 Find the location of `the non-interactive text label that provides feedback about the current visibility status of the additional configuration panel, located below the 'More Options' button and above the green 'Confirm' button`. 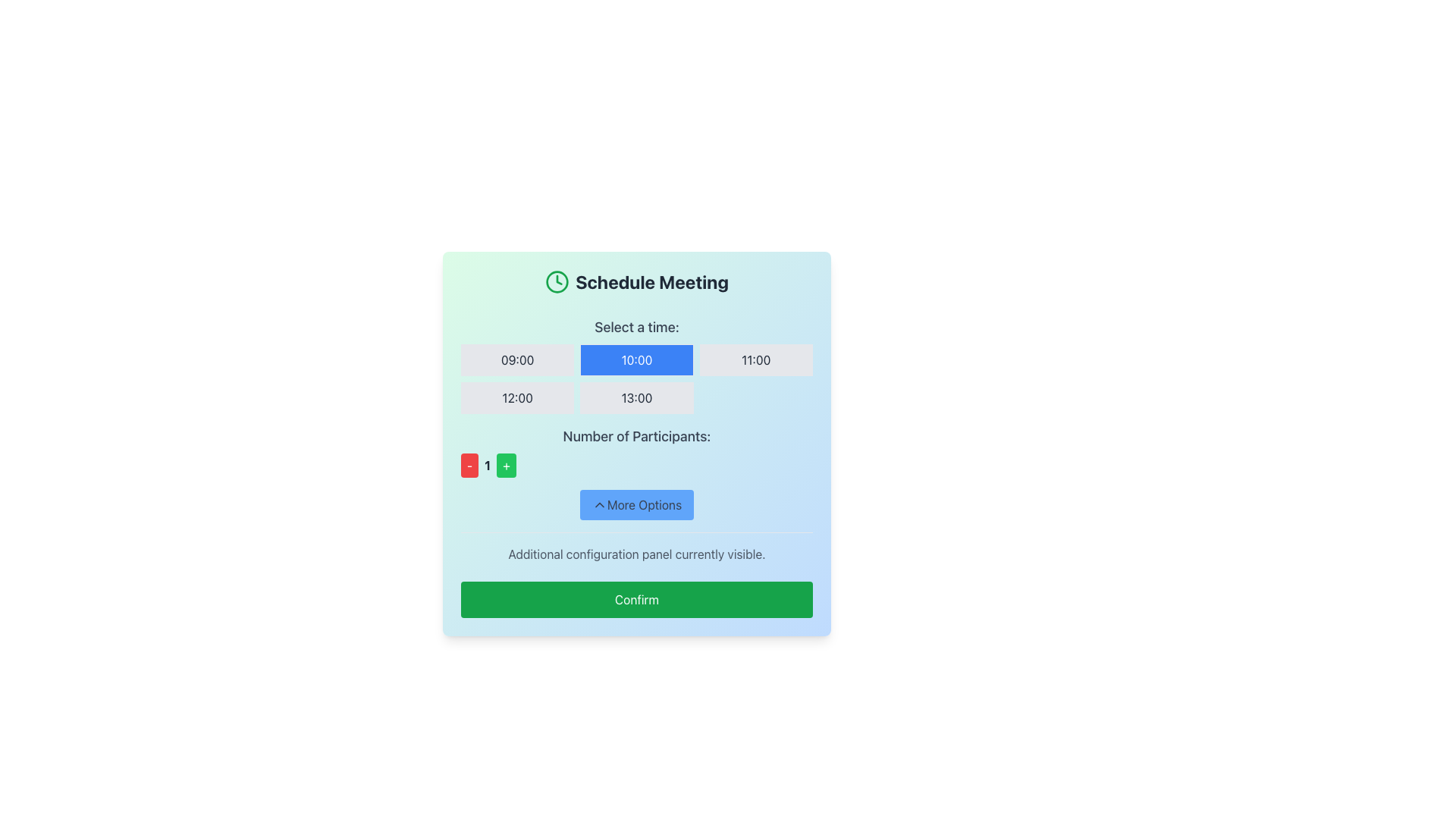

the non-interactive text label that provides feedback about the current visibility status of the additional configuration panel, located below the 'More Options' button and above the green 'Confirm' button is located at coordinates (637, 554).